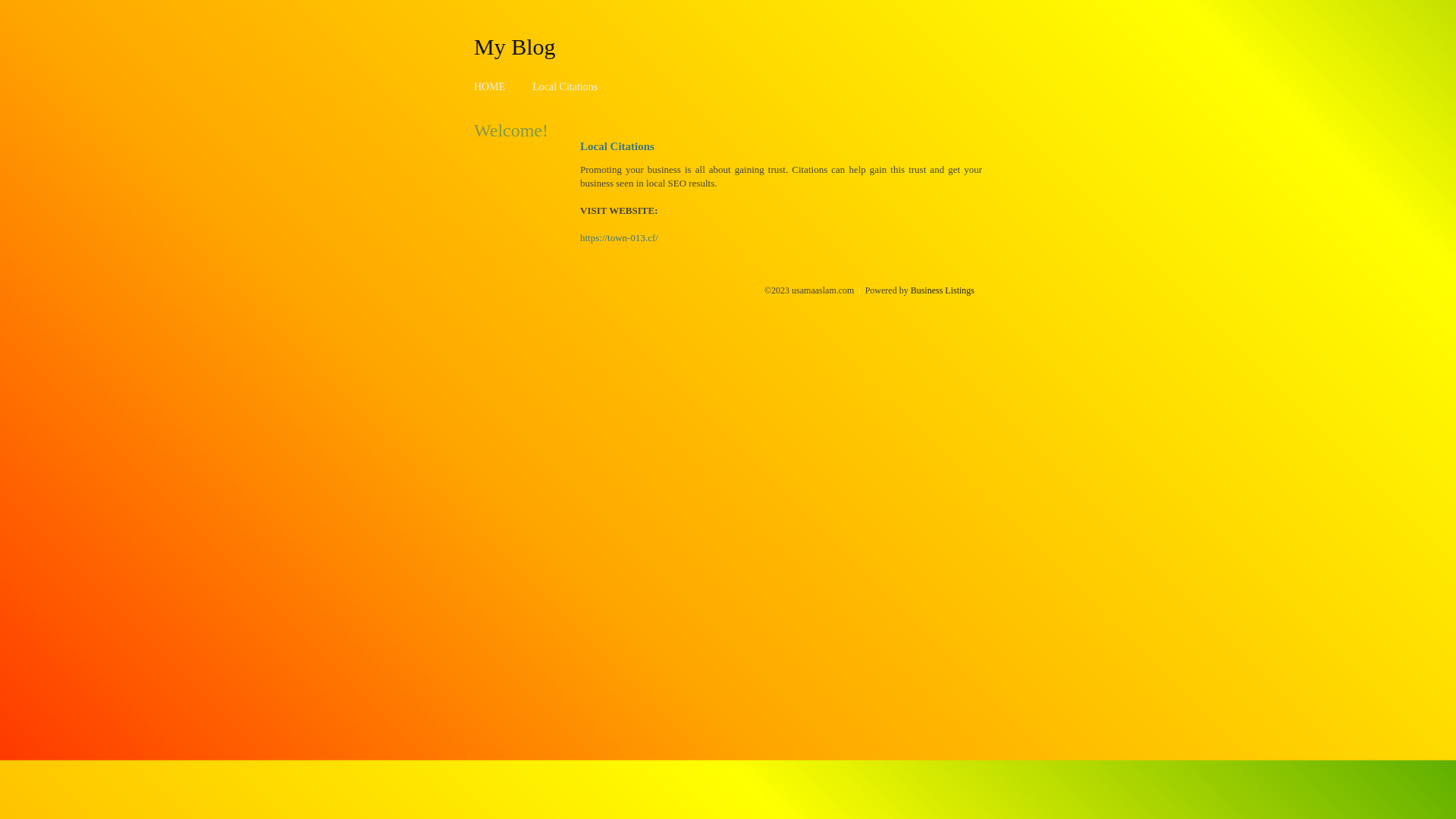  What do you see at coordinates (489, 86) in the screenshot?
I see `'HOME'` at bounding box center [489, 86].